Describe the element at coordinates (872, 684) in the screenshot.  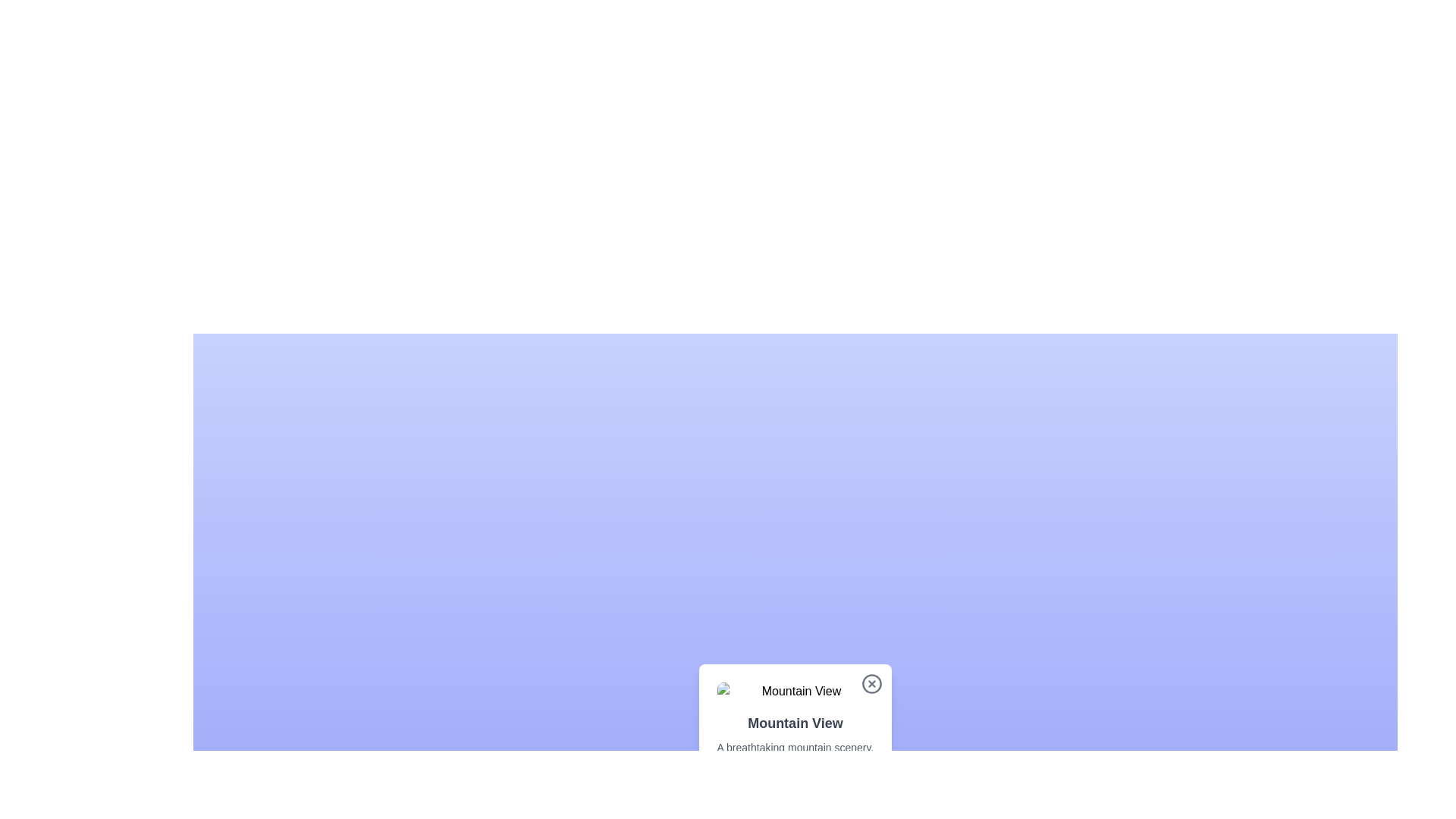
I see `the circular close button with a dark border and a white background featuring a cross ('X') in the center, located in the top-right corner of a card-like structure` at that location.